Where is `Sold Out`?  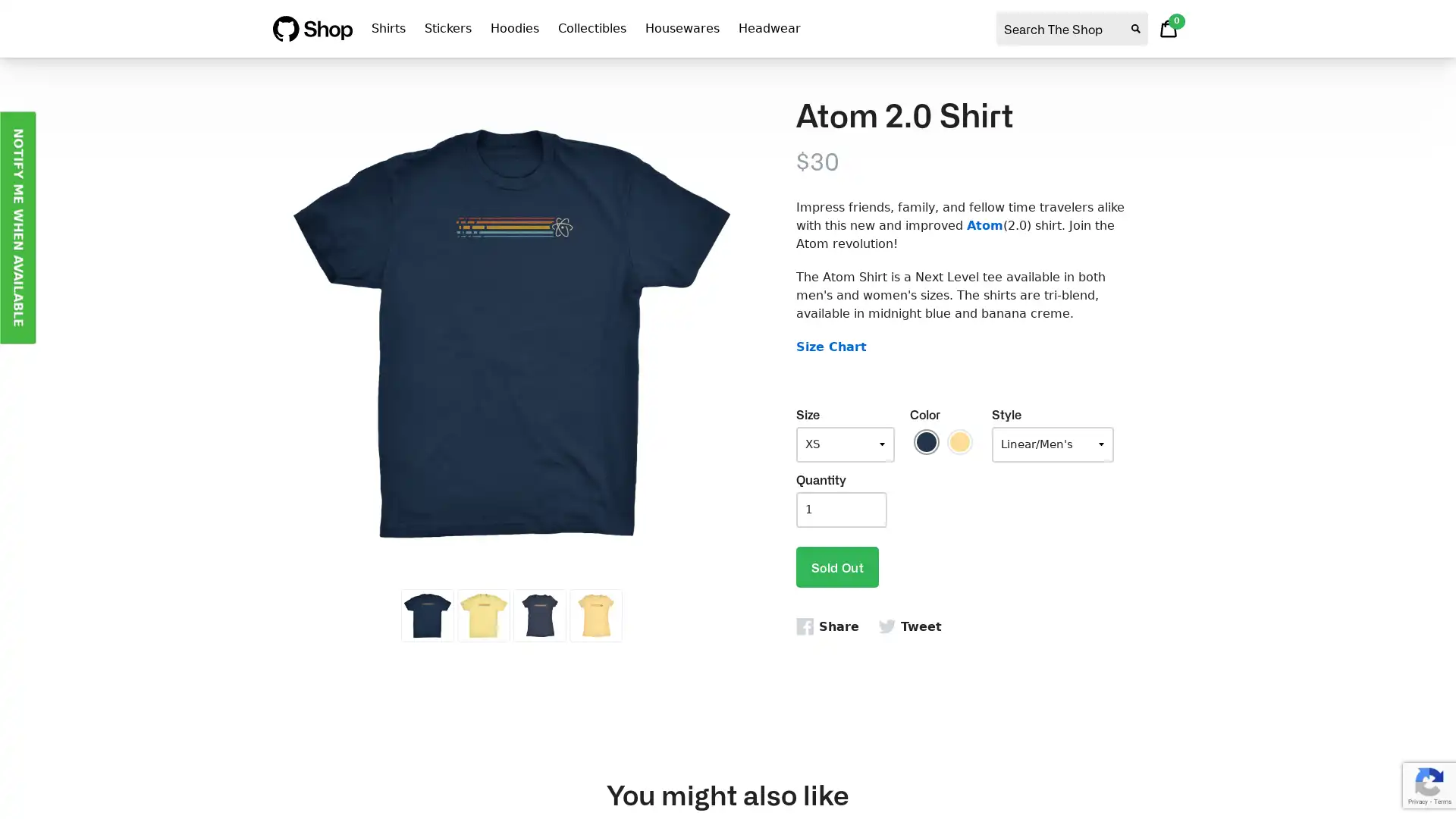
Sold Out is located at coordinates (836, 566).